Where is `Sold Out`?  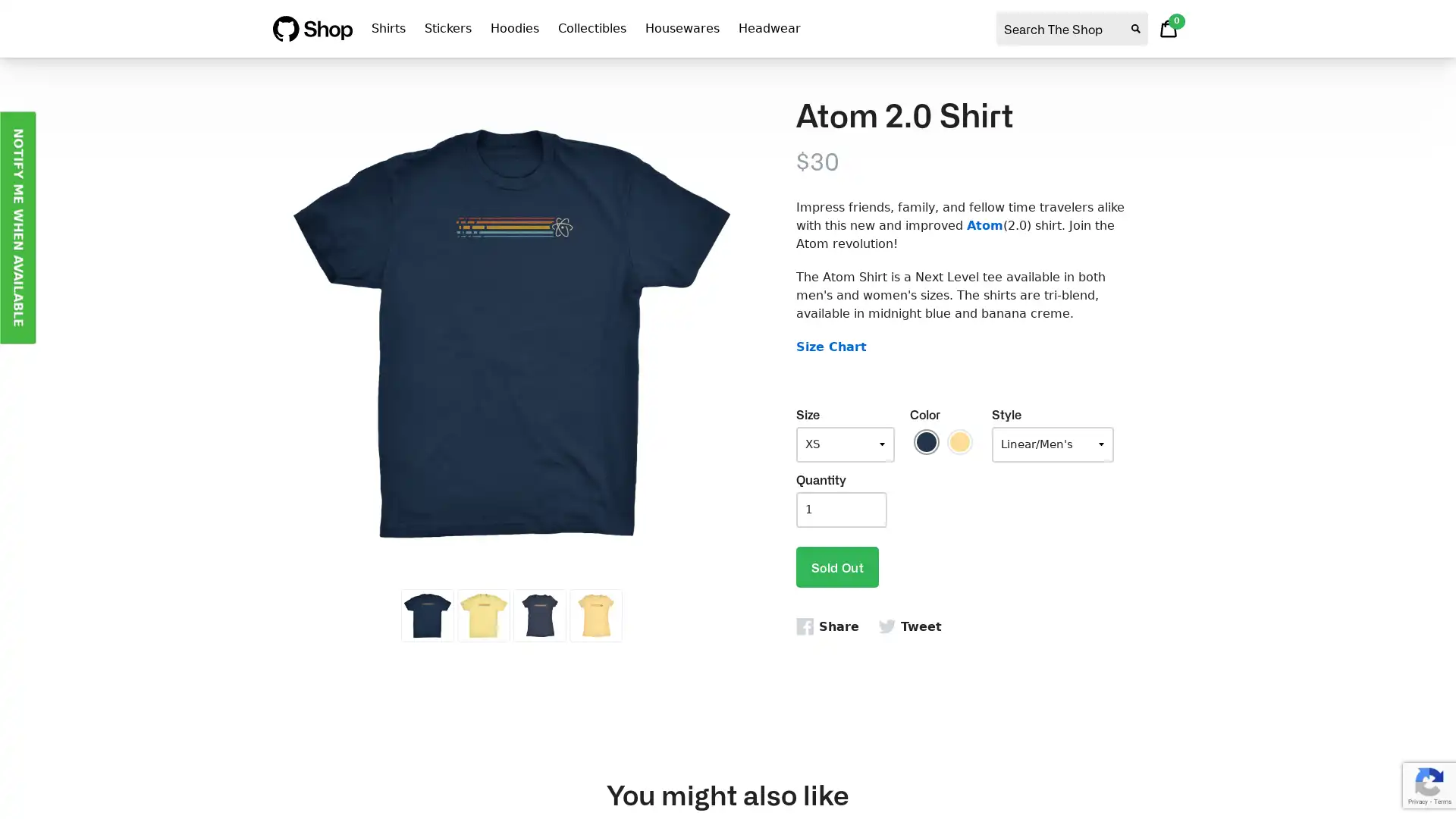
Sold Out is located at coordinates (836, 566).